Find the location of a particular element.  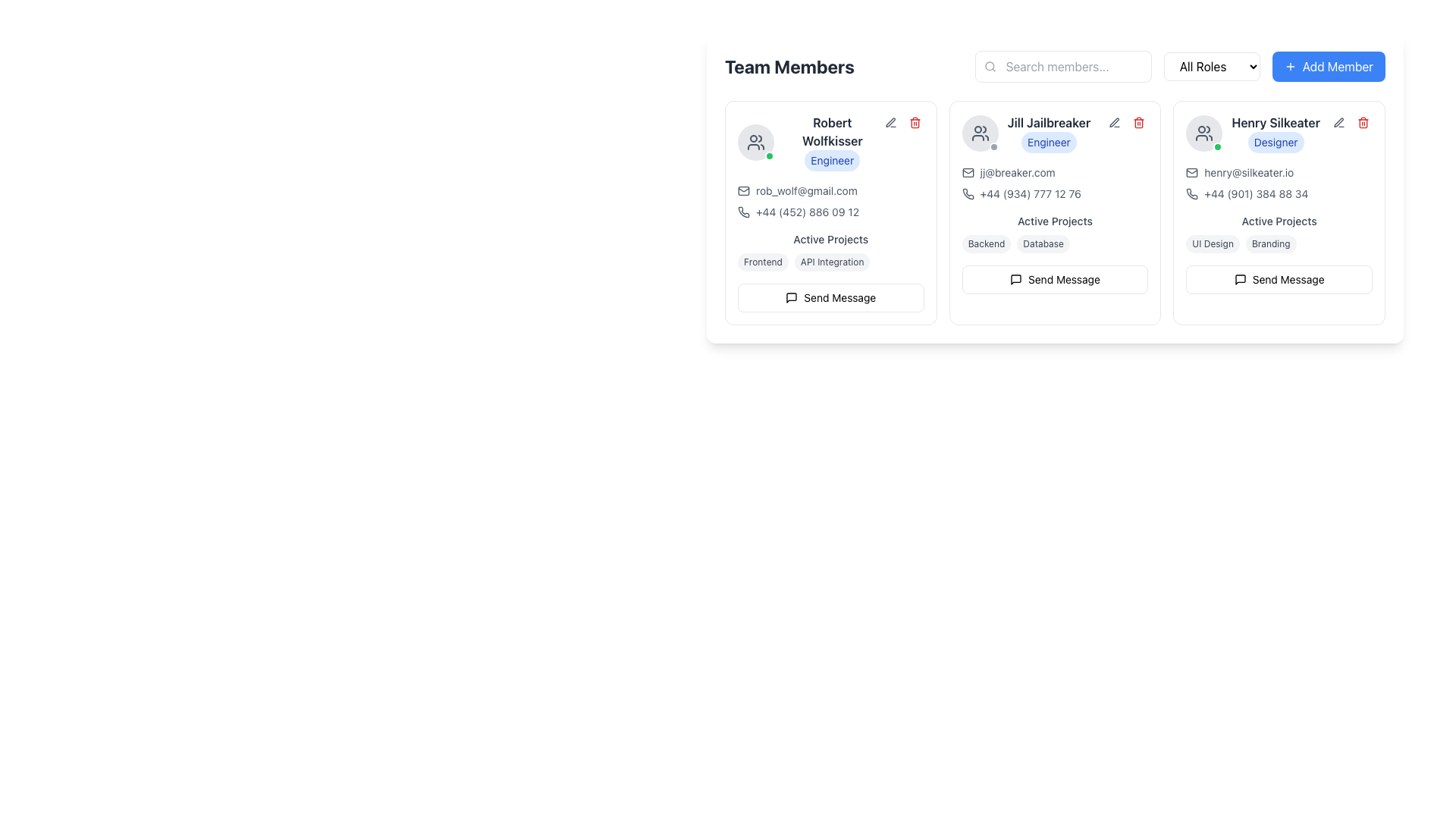

the edit button located at the top-right corner of the team member card for 'Henry Silkeater' is located at coordinates (1338, 122).